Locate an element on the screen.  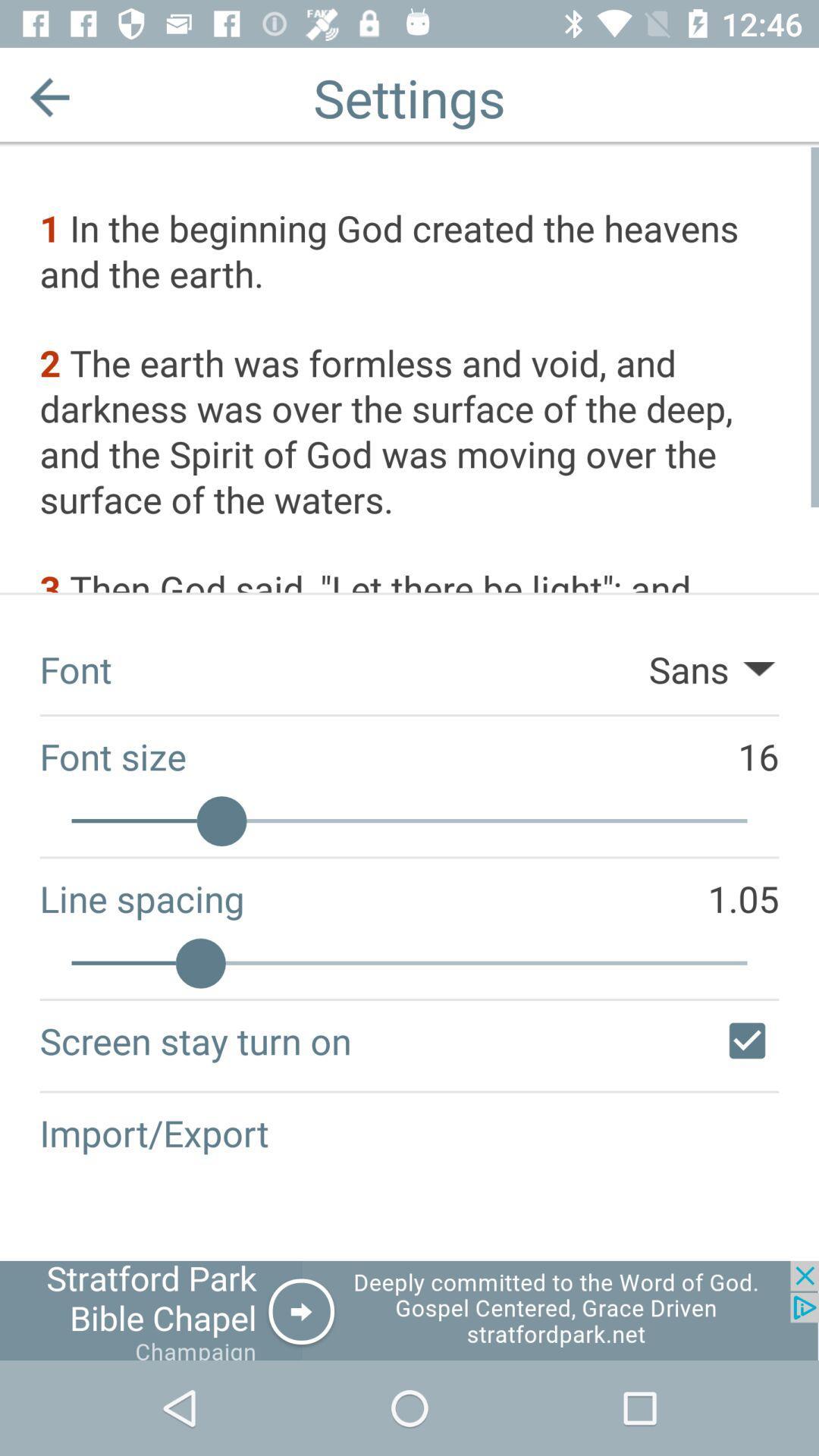
exit settings page is located at coordinates (49, 96).